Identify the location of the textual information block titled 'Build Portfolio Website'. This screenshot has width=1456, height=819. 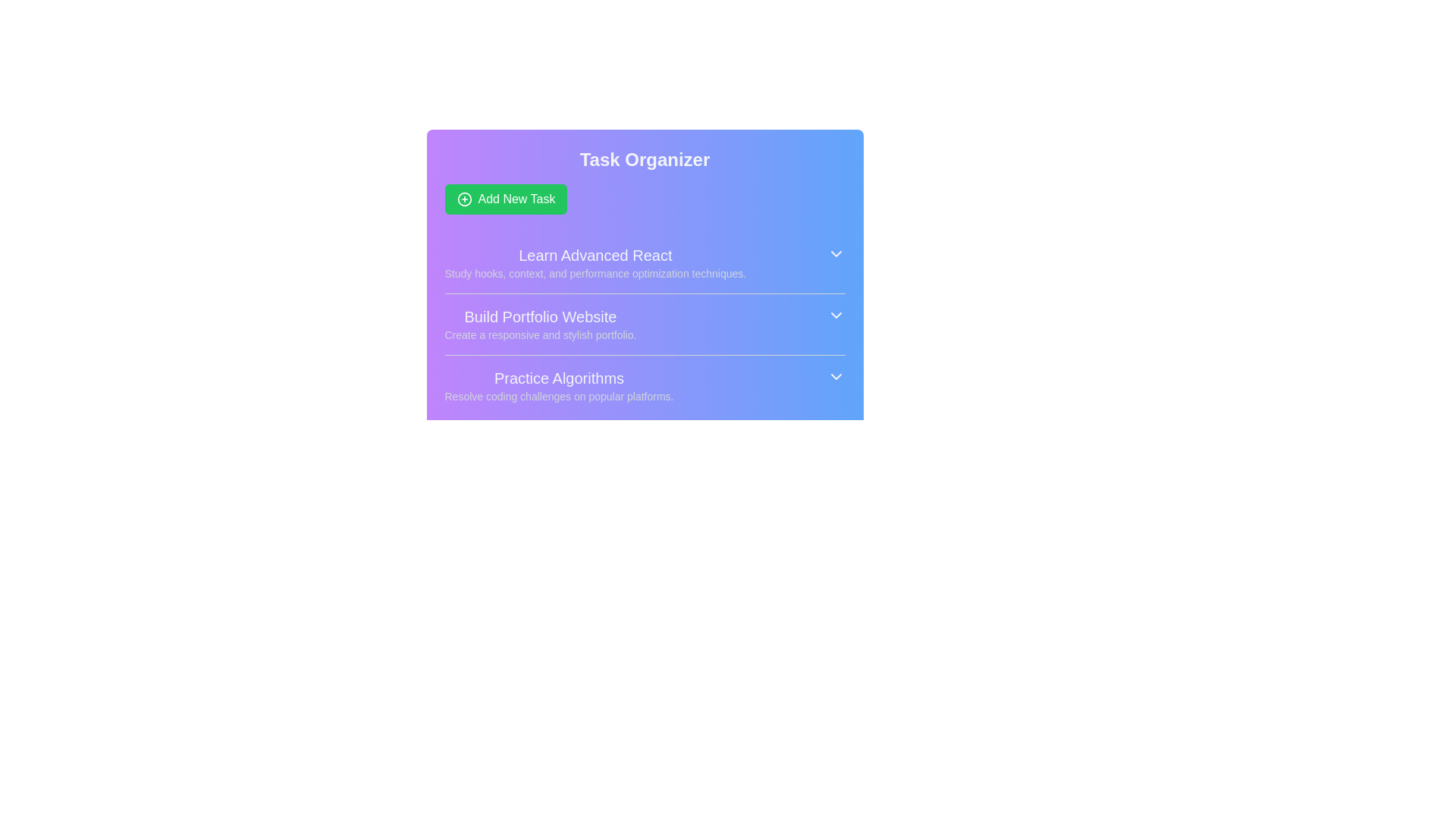
(645, 323).